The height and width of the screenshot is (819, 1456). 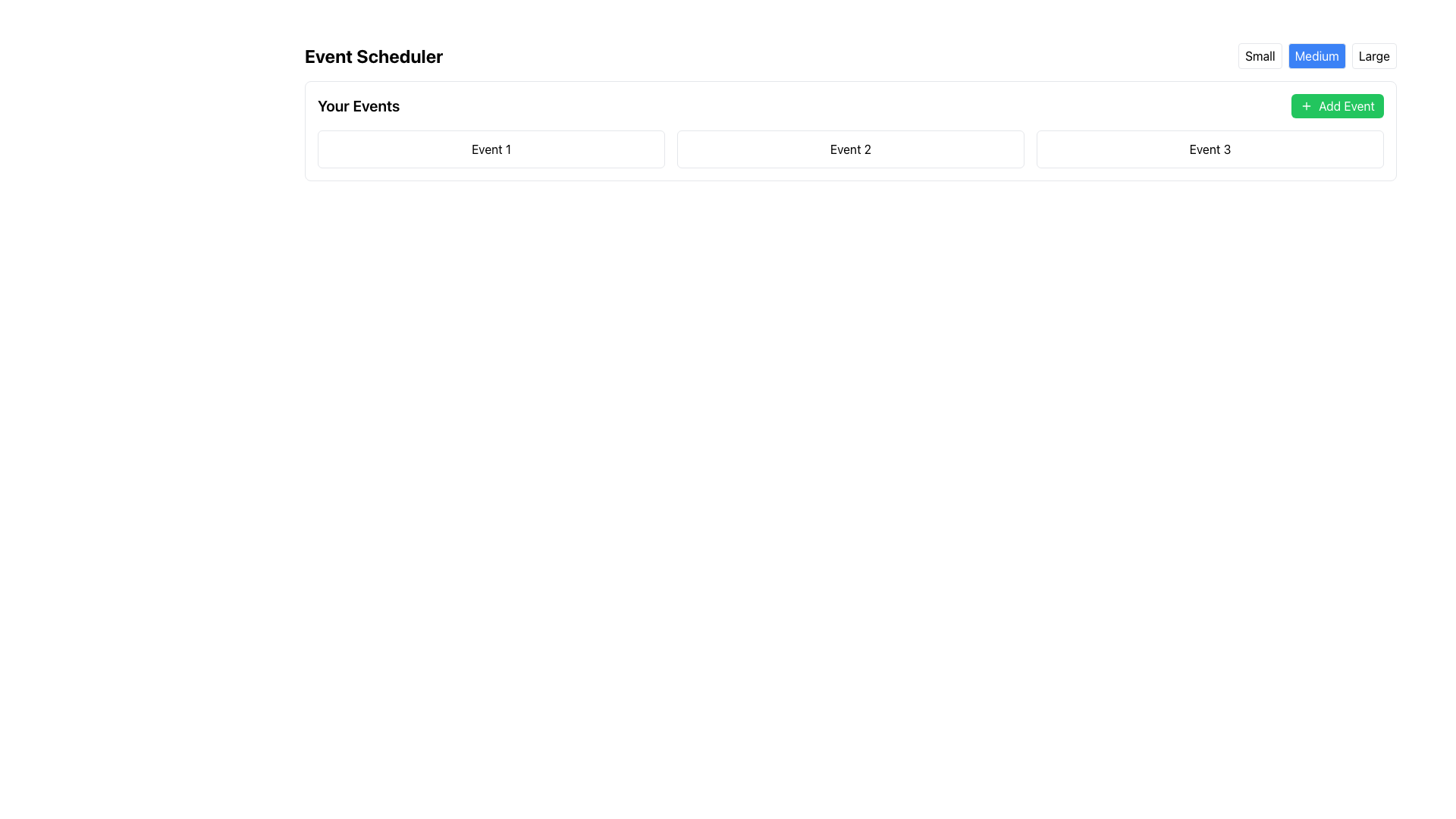 I want to click on the 'Large' button, which is the third button in a row of three buttons labeled 'Small', 'Medium', and 'Large'. It has a rectangular shape with a white background and black text, so click(x=1374, y=55).